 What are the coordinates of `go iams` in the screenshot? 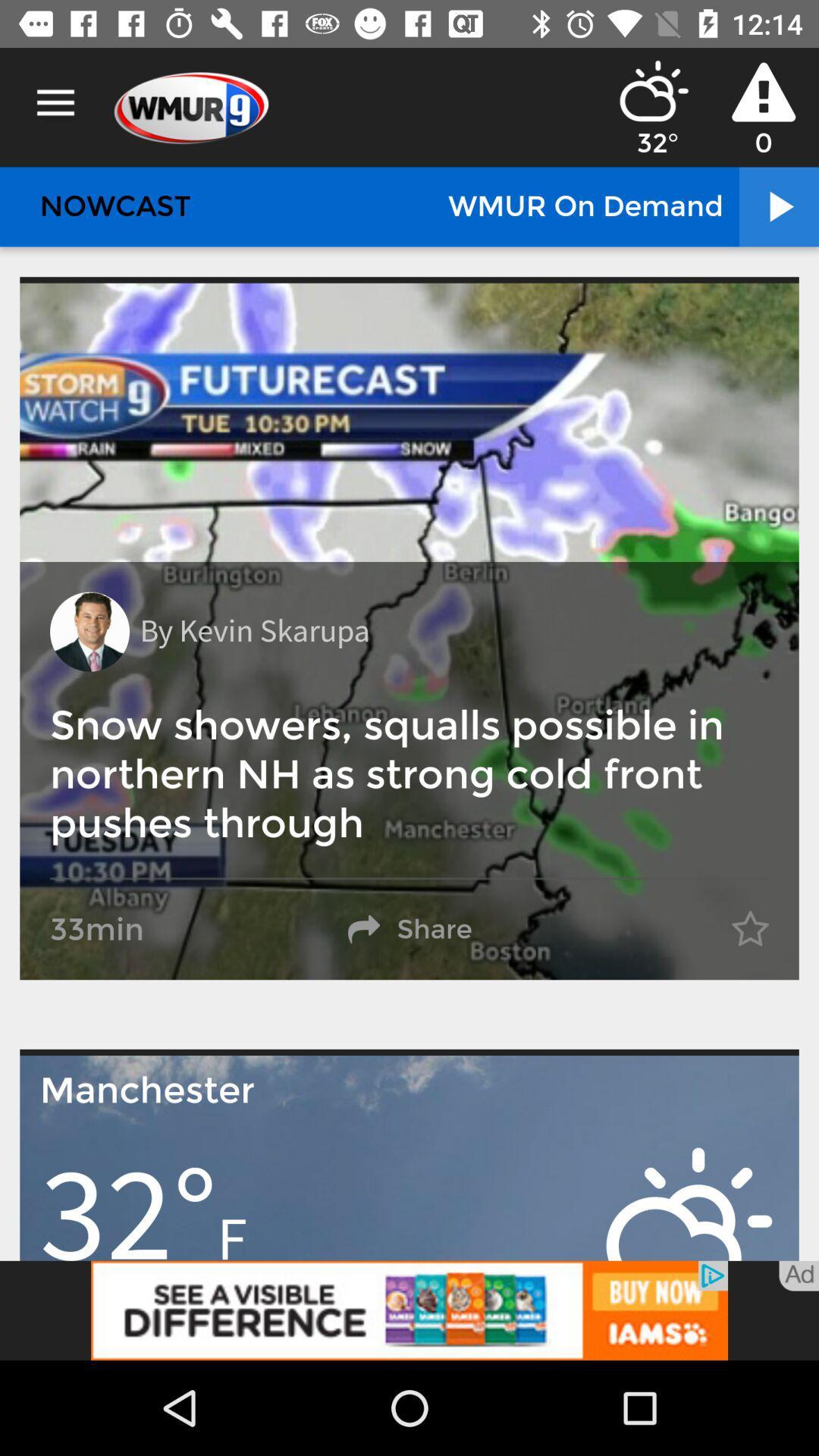 It's located at (409, 1310).